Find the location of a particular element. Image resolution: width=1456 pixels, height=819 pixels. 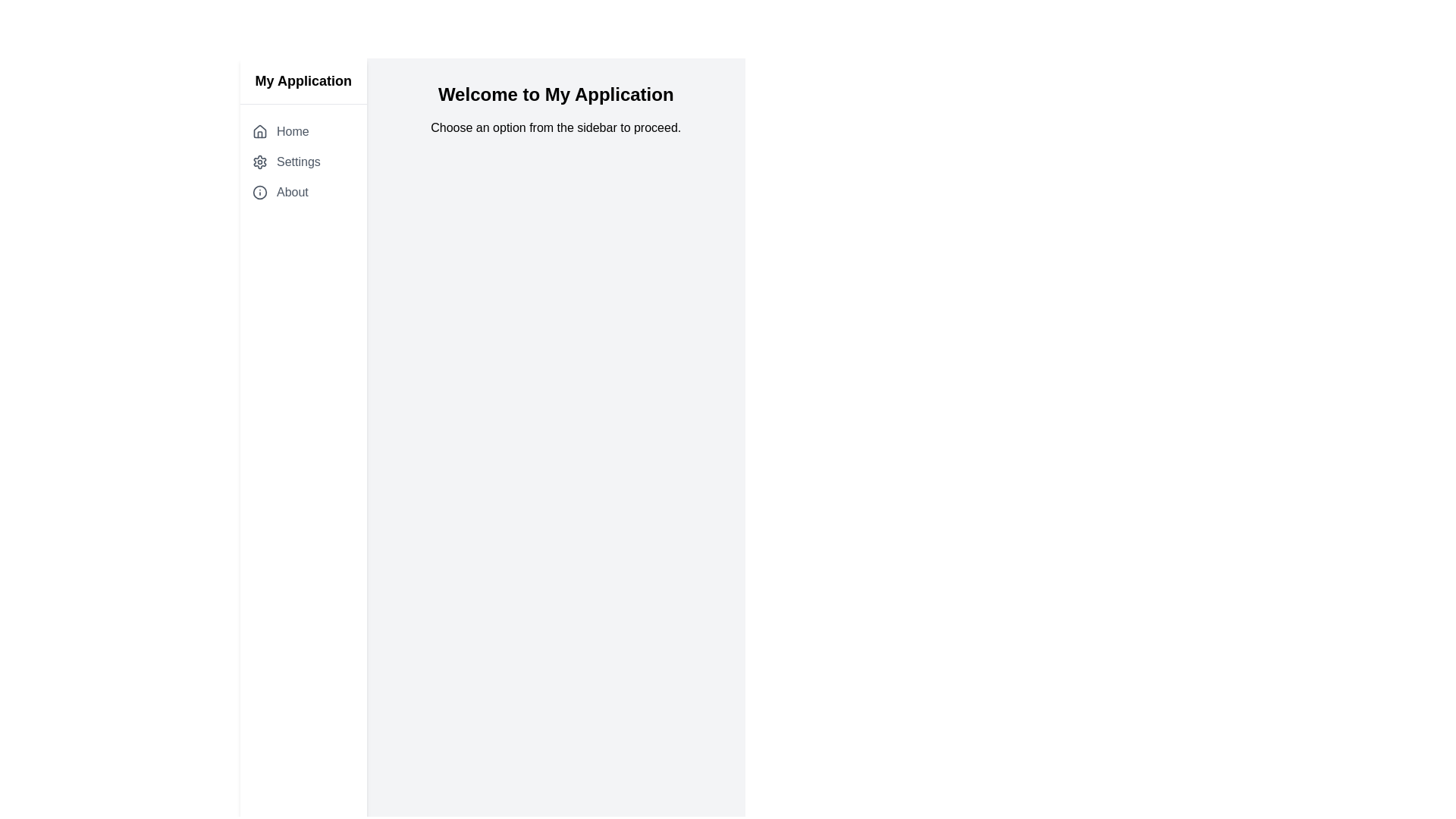

the 'Home' navigation link styled as a text link with a house icon is located at coordinates (303, 130).